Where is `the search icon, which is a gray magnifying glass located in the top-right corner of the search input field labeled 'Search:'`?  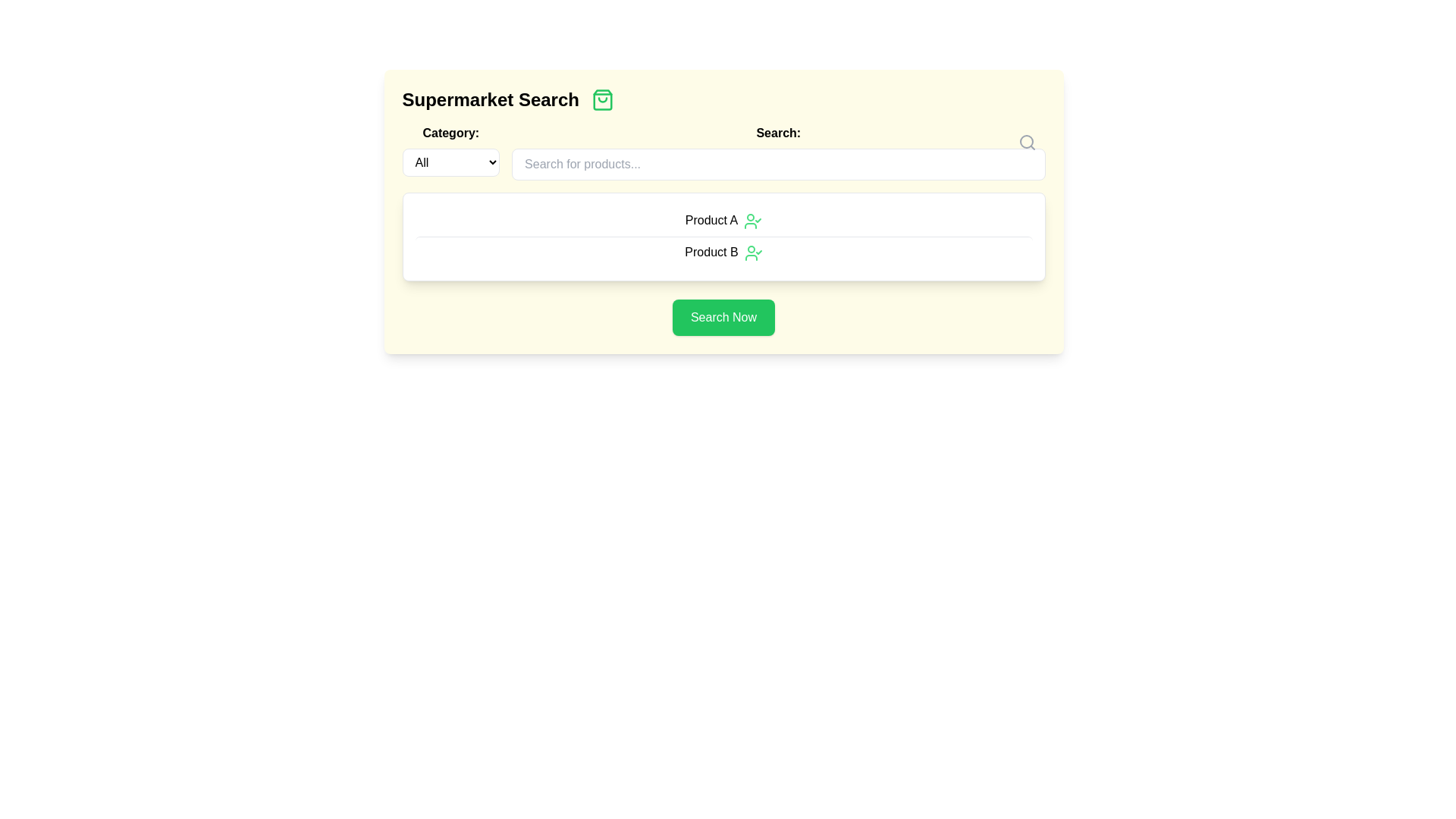
the search icon, which is a gray magnifying glass located in the top-right corner of the search input field labeled 'Search:' is located at coordinates (1027, 143).